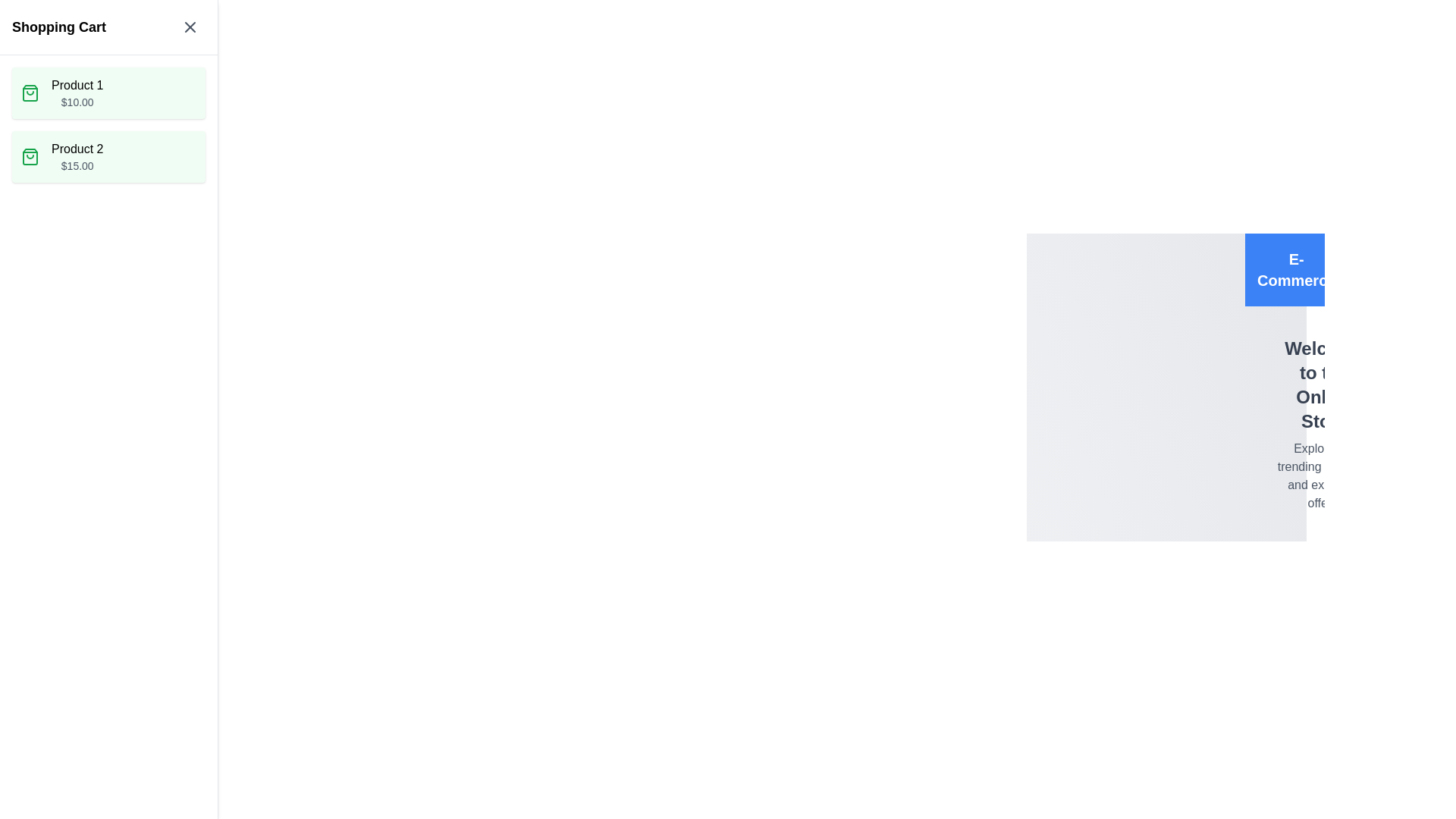 The width and height of the screenshot is (1456, 819). Describe the element at coordinates (30, 93) in the screenshot. I see `the light green shopping bag icon located to the left of the text 'Product 2' in the shopping cart UI` at that location.